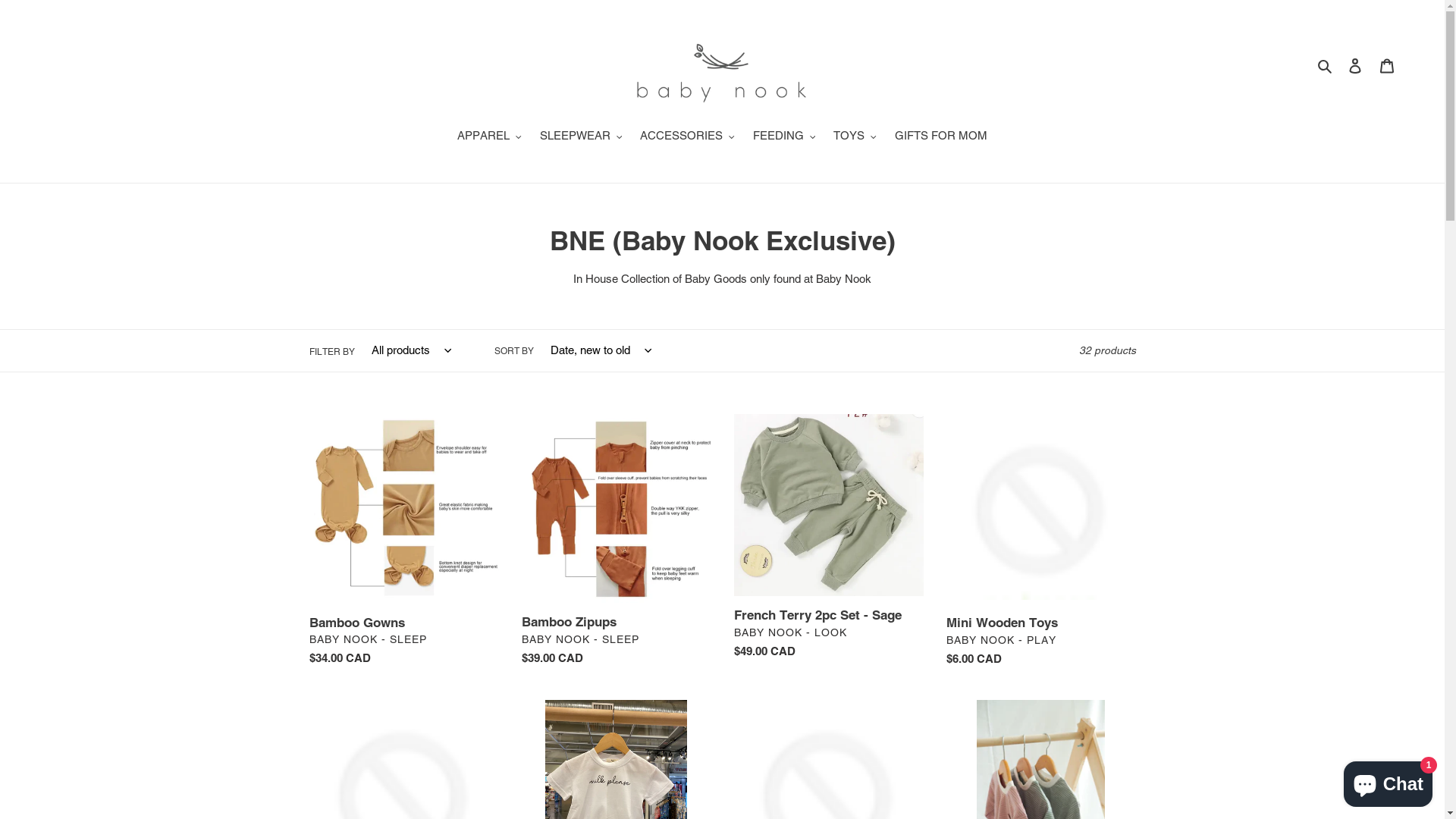 This screenshot has width=1456, height=819. Describe the element at coordinates (403, 543) in the screenshot. I see `'Bamboo Gowns'` at that location.